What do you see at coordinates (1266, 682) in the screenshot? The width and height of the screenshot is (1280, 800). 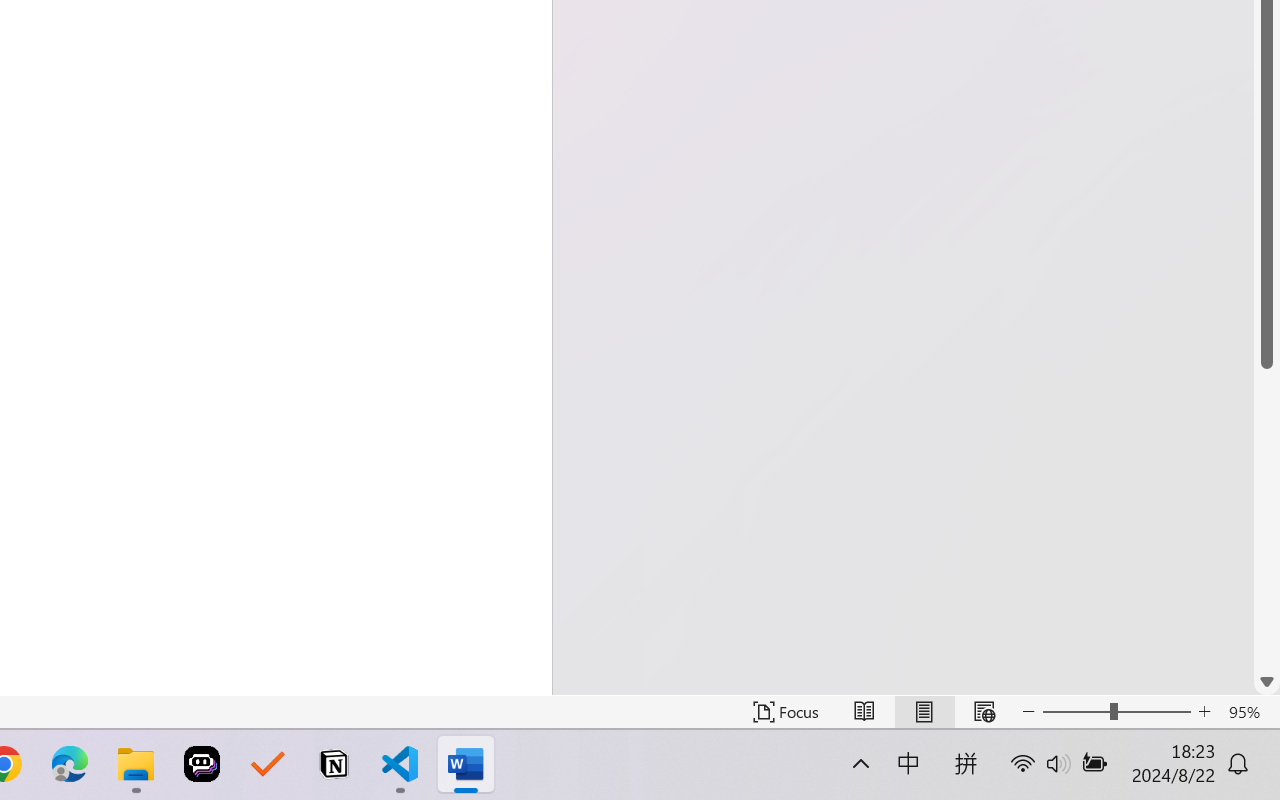 I see `'Line down'` at bounding box center [1266, 682].